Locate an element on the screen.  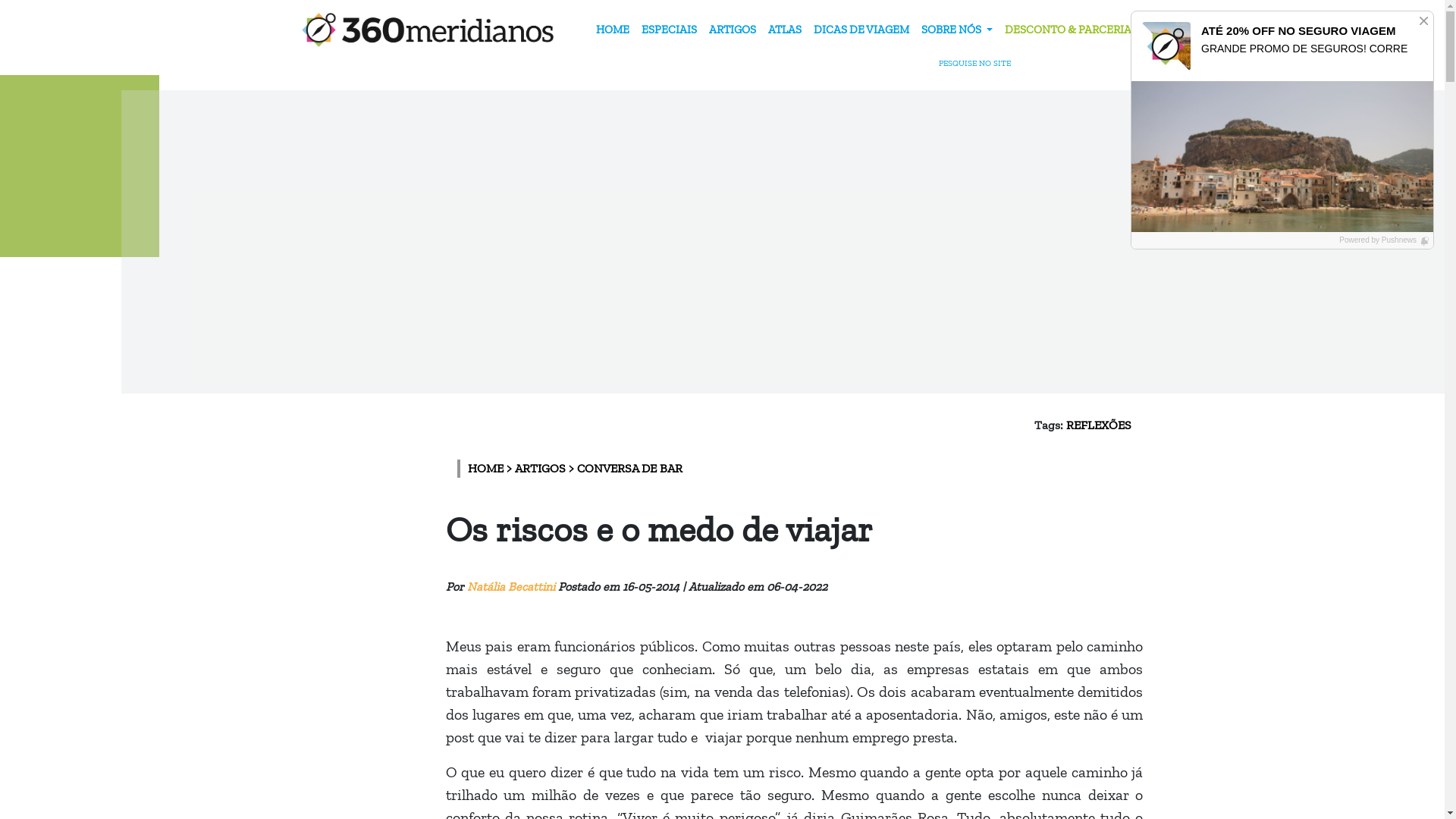
'DESCONTO & PARCERIAS' is located at coordinates (1069, 30).